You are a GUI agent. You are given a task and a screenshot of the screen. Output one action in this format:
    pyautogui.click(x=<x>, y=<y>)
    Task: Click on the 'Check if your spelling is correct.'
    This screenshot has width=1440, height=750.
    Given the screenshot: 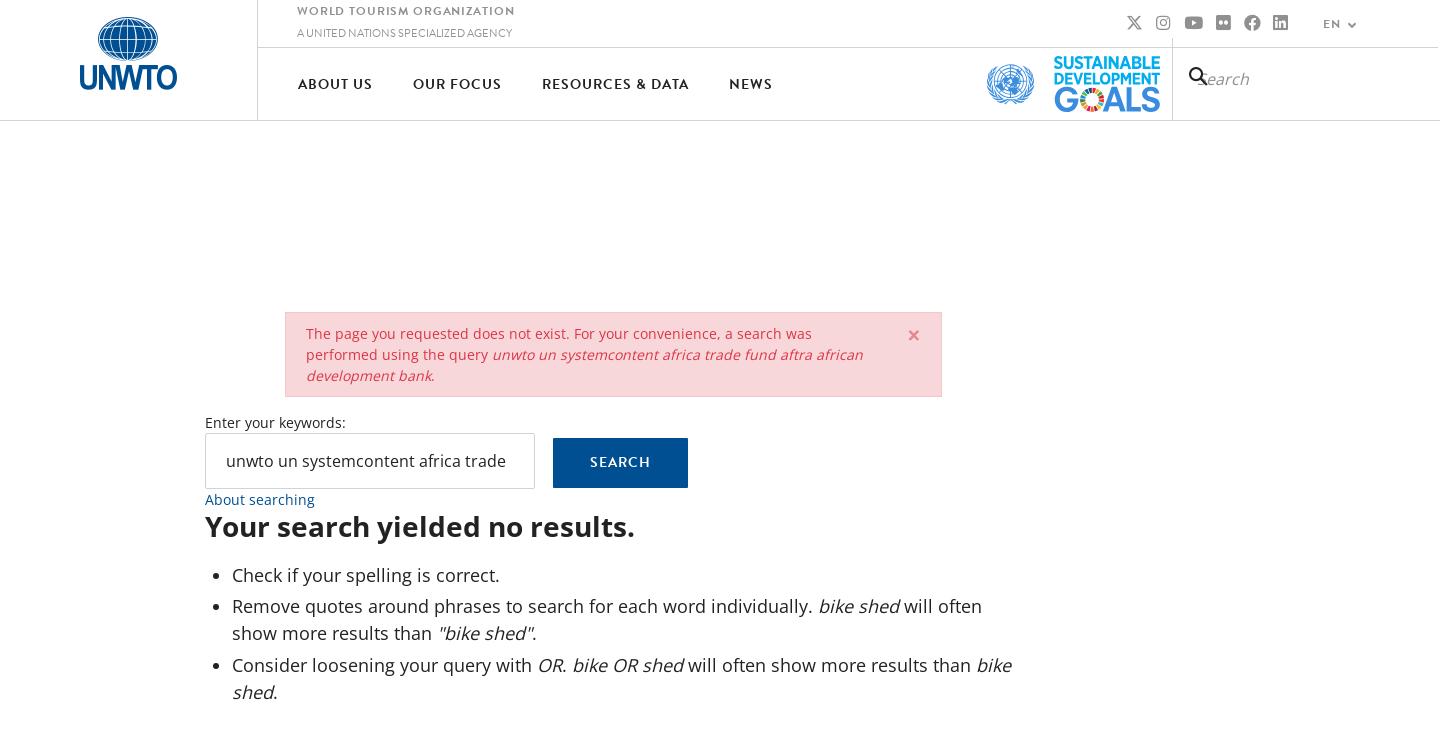 What is the action you would take?
    pyautogui.click(x=230, y=572)
    